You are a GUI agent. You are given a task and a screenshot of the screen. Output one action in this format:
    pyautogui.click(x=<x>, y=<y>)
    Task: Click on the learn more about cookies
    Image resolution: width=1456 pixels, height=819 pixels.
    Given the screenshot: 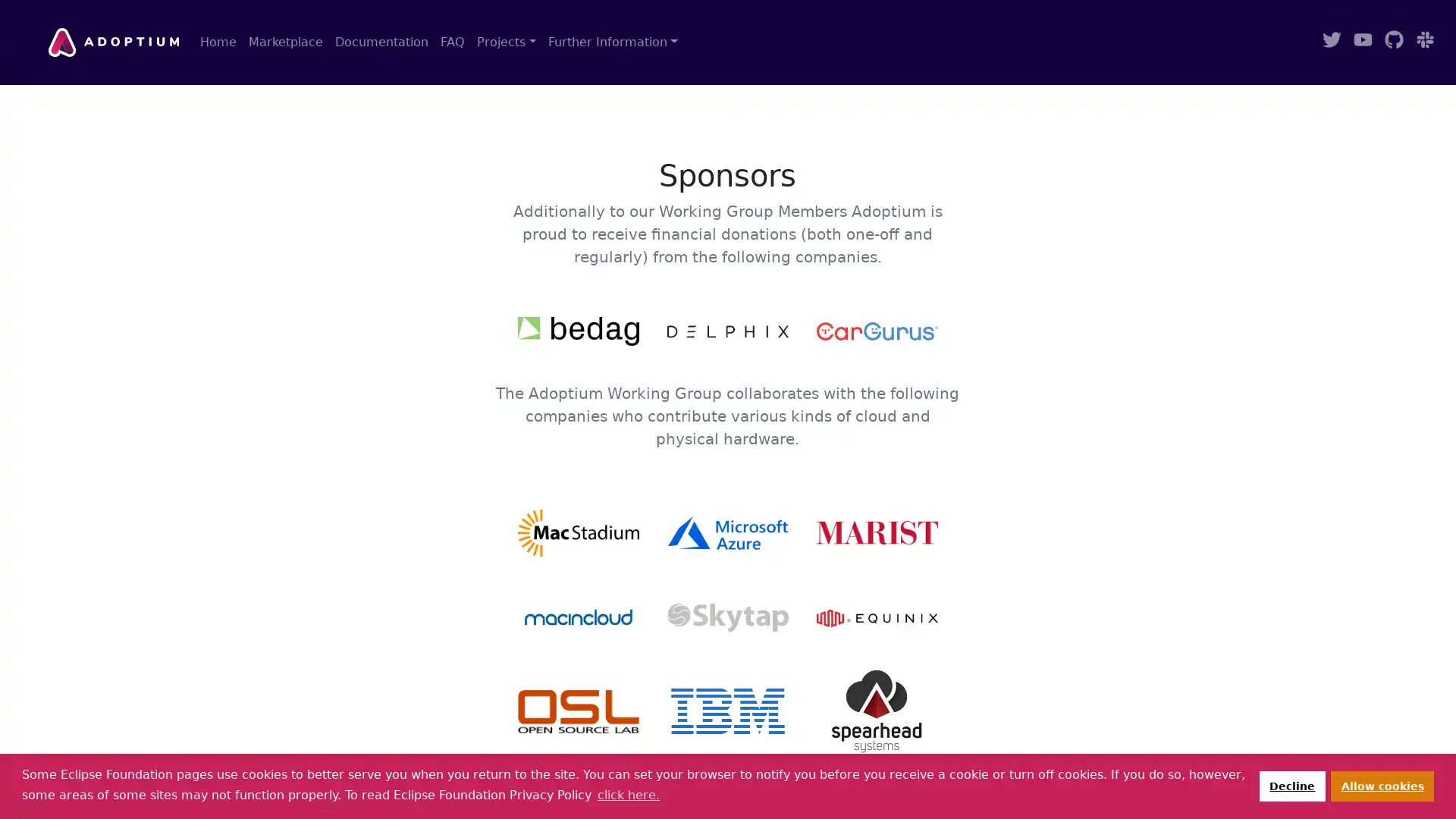 What is the action you would take?
    pyautogui.click(x=628, y=794)
    